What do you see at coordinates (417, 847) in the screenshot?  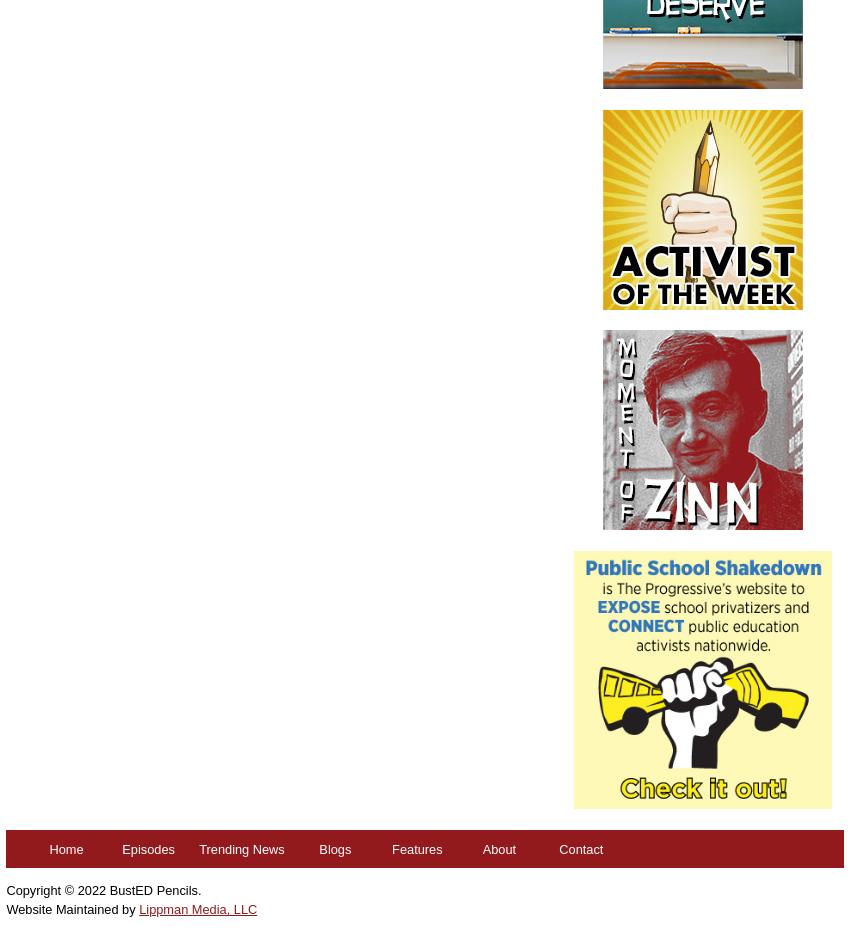 I see `'Features'` at bounding box center [417, 847].